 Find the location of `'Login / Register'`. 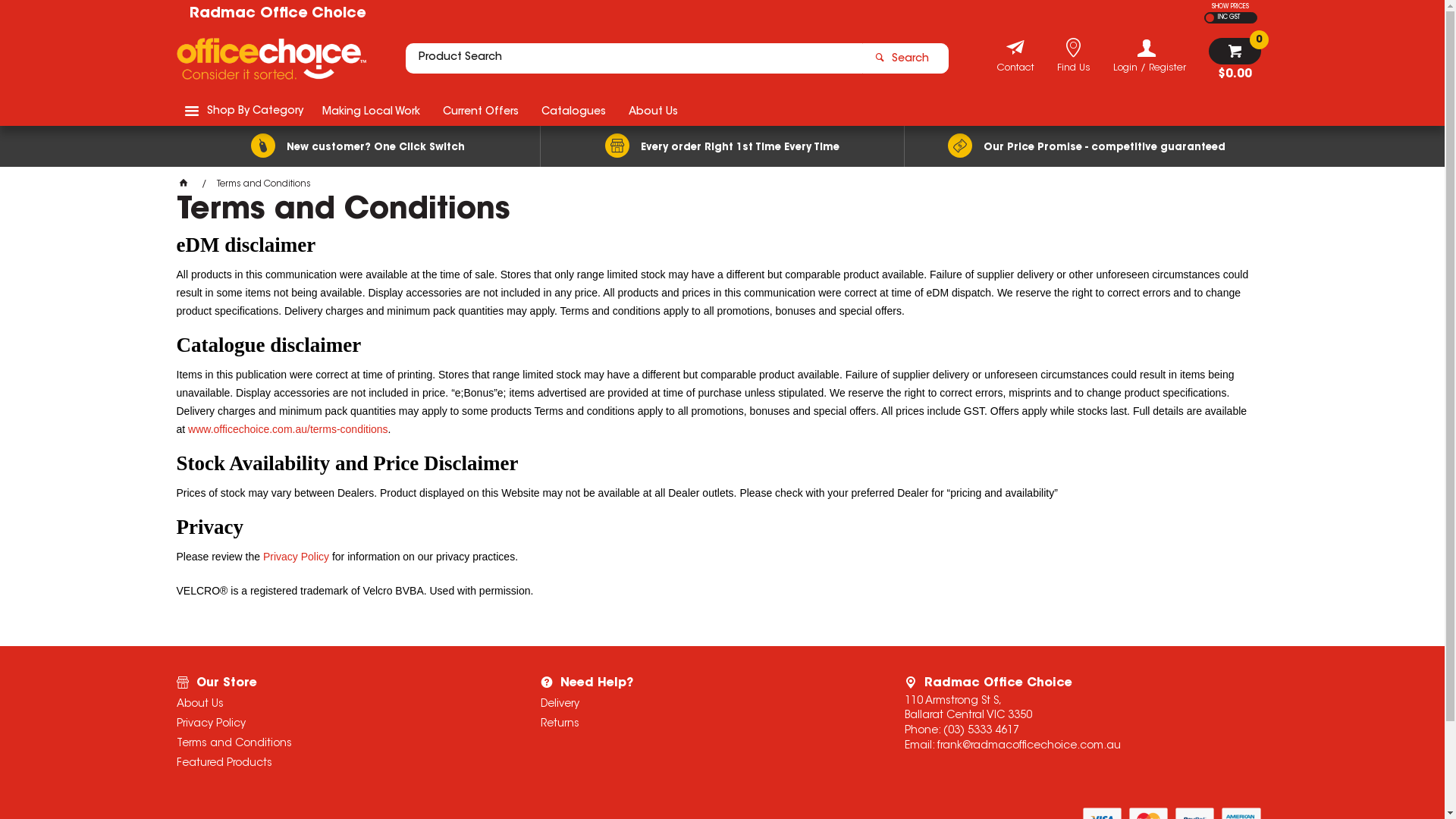

'Login / Register' is located at coordinates (1150, 55).